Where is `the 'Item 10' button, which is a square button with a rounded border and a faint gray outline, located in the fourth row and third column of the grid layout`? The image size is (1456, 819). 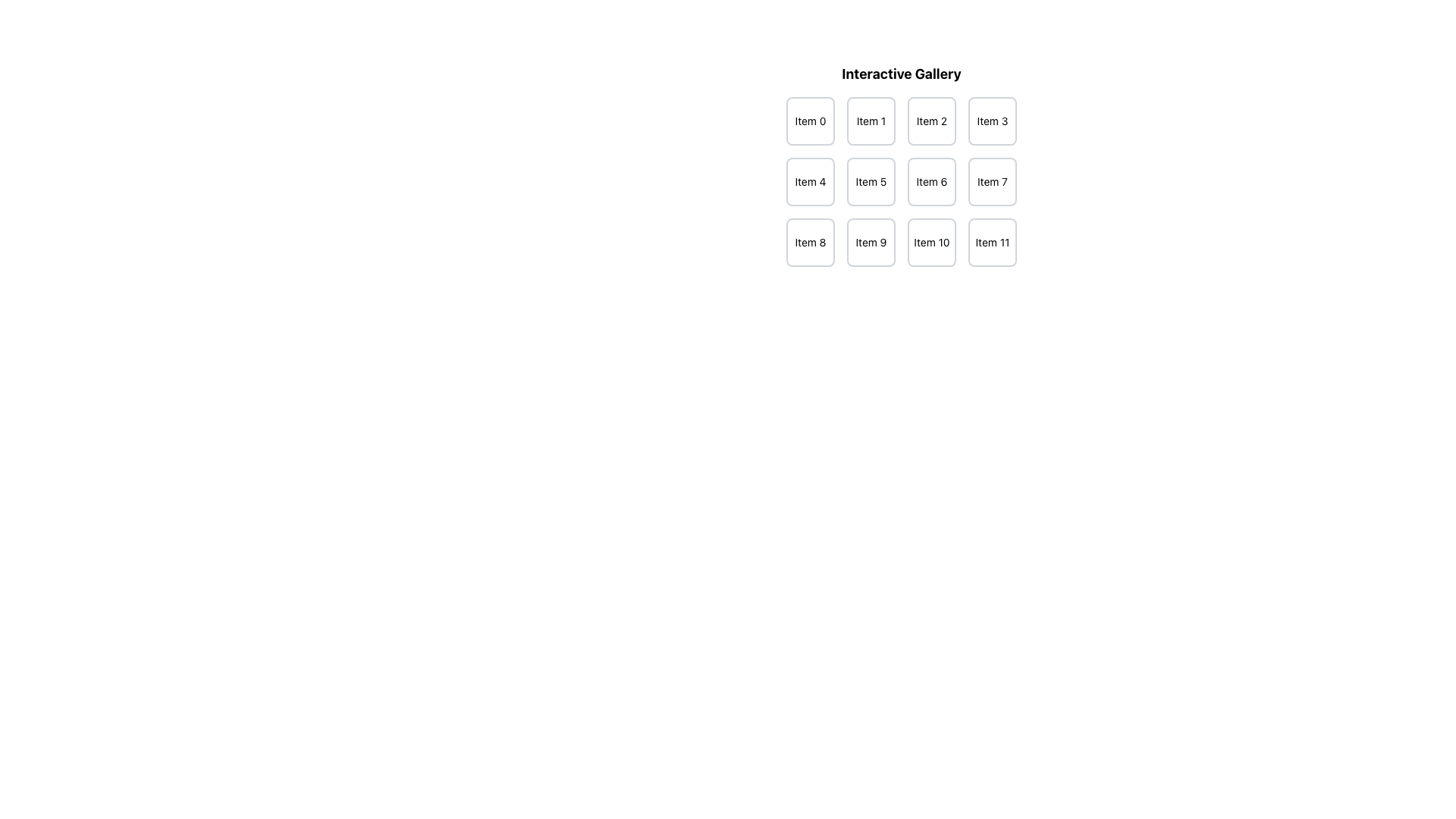
the 'Item 10' button, which is a square button with a rounded border and a faint gray outline, located in the fourth row and third column of the grid layout is located at coordinates (930, 242).